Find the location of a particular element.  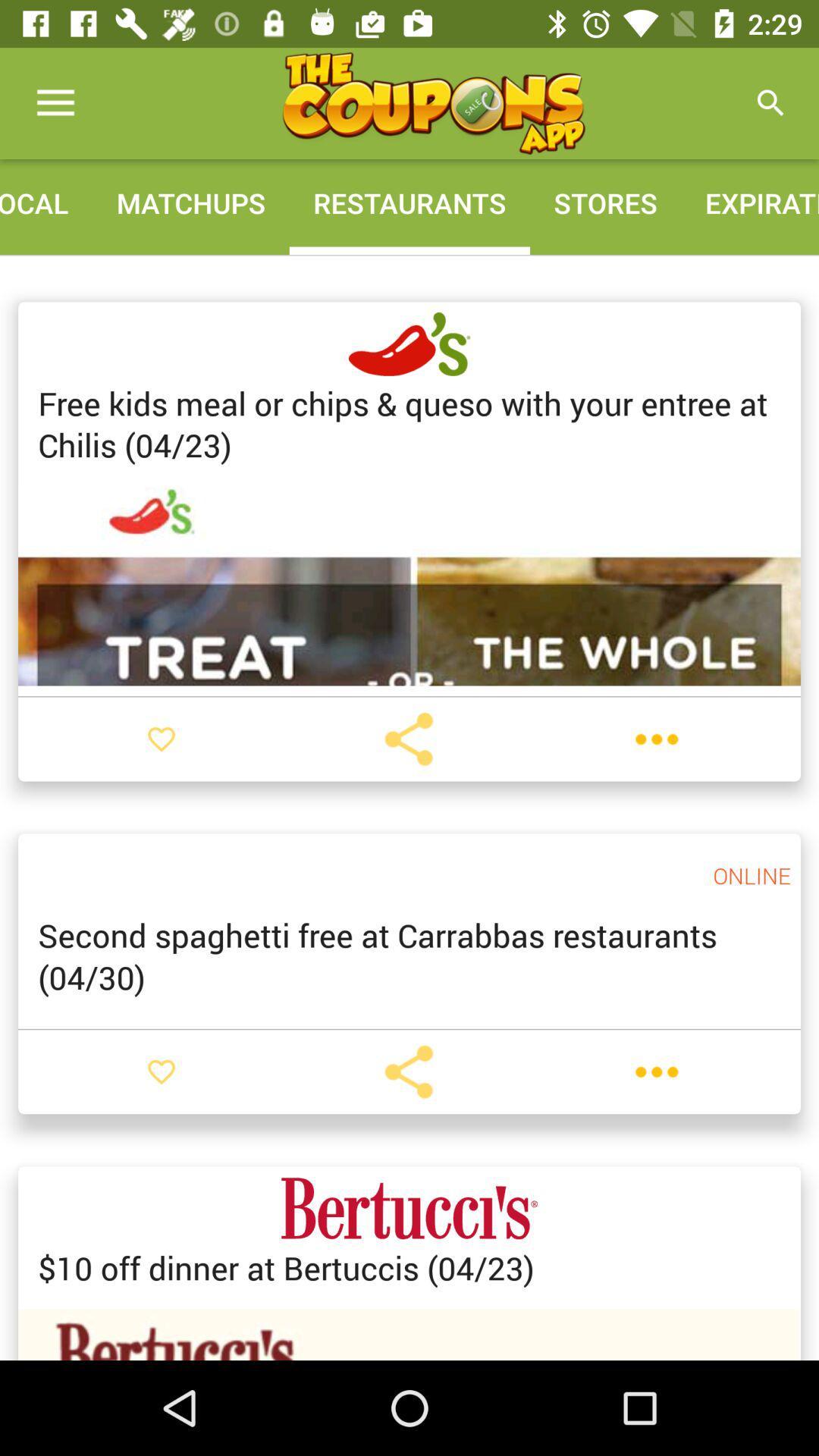

location service is located at coordinates (408, 1071).